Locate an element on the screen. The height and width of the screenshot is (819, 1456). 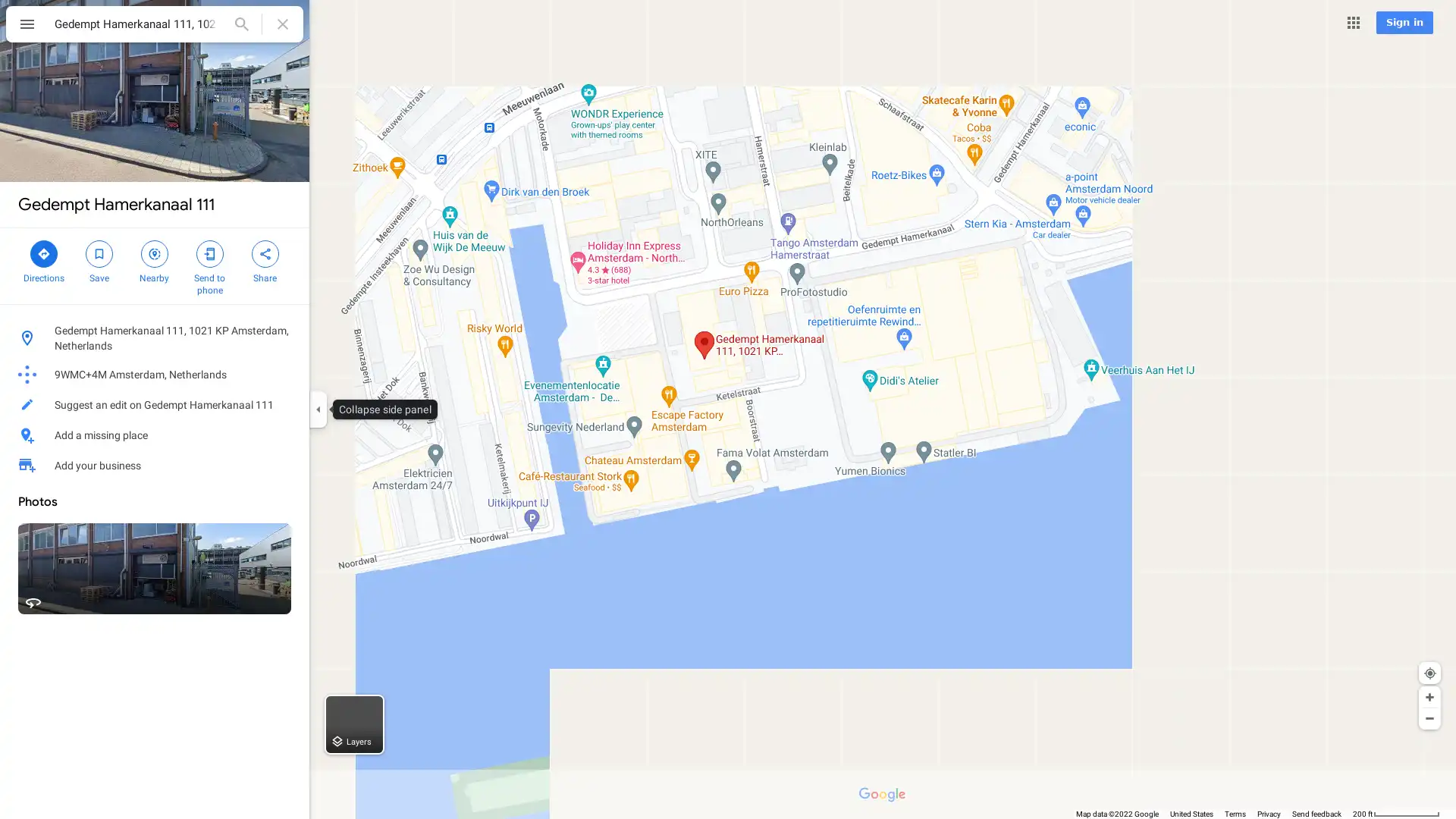
Zoom in is located at coordinates (1429, 745).